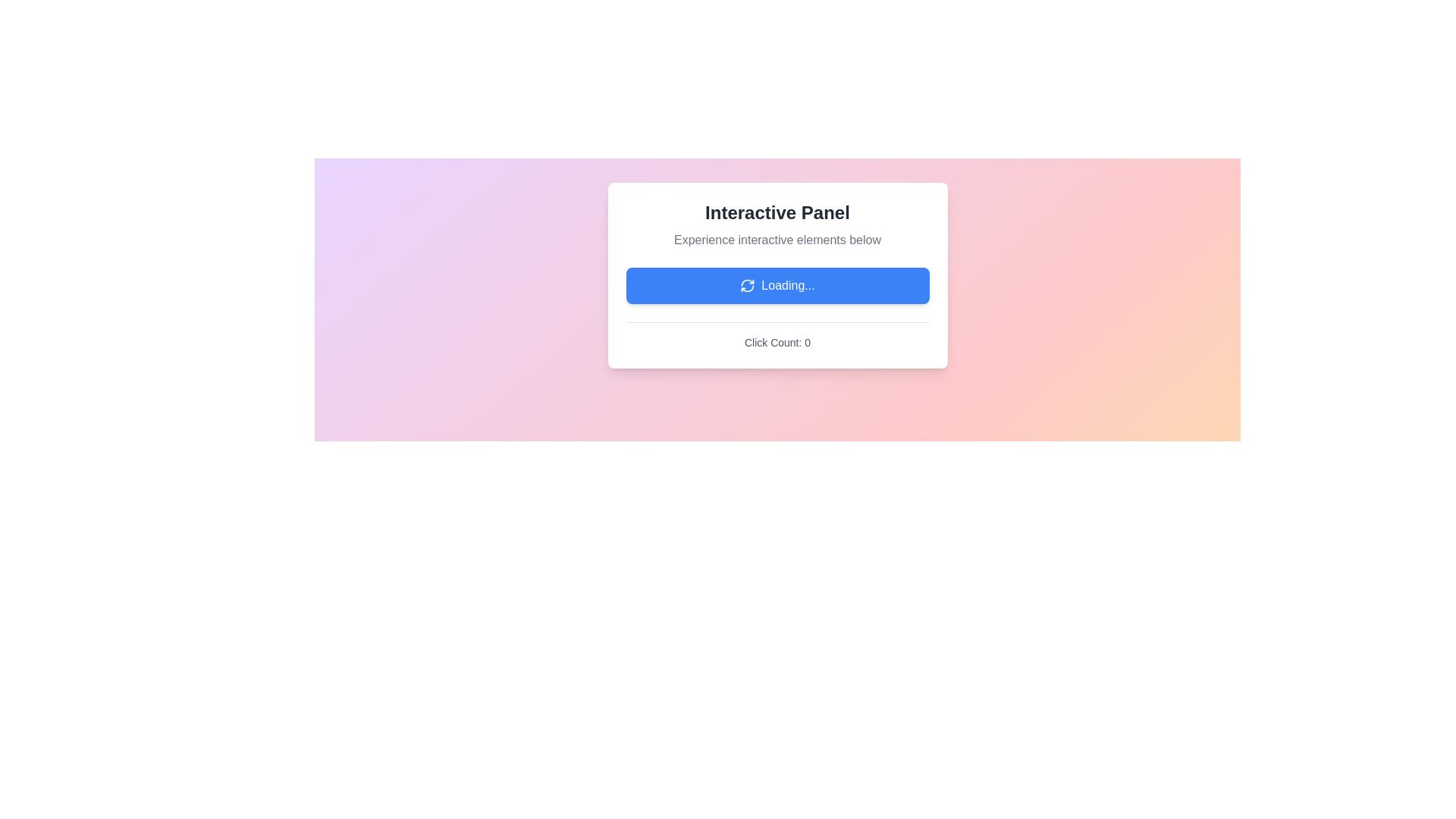 The image size is (1456, 819). What do you see at coordinates (788, 286) in the screenshot?
I see `text content of the 'Loading...' label located on the blue rounded rectangular button in the center of the interface` at bounding box center [788, 286].